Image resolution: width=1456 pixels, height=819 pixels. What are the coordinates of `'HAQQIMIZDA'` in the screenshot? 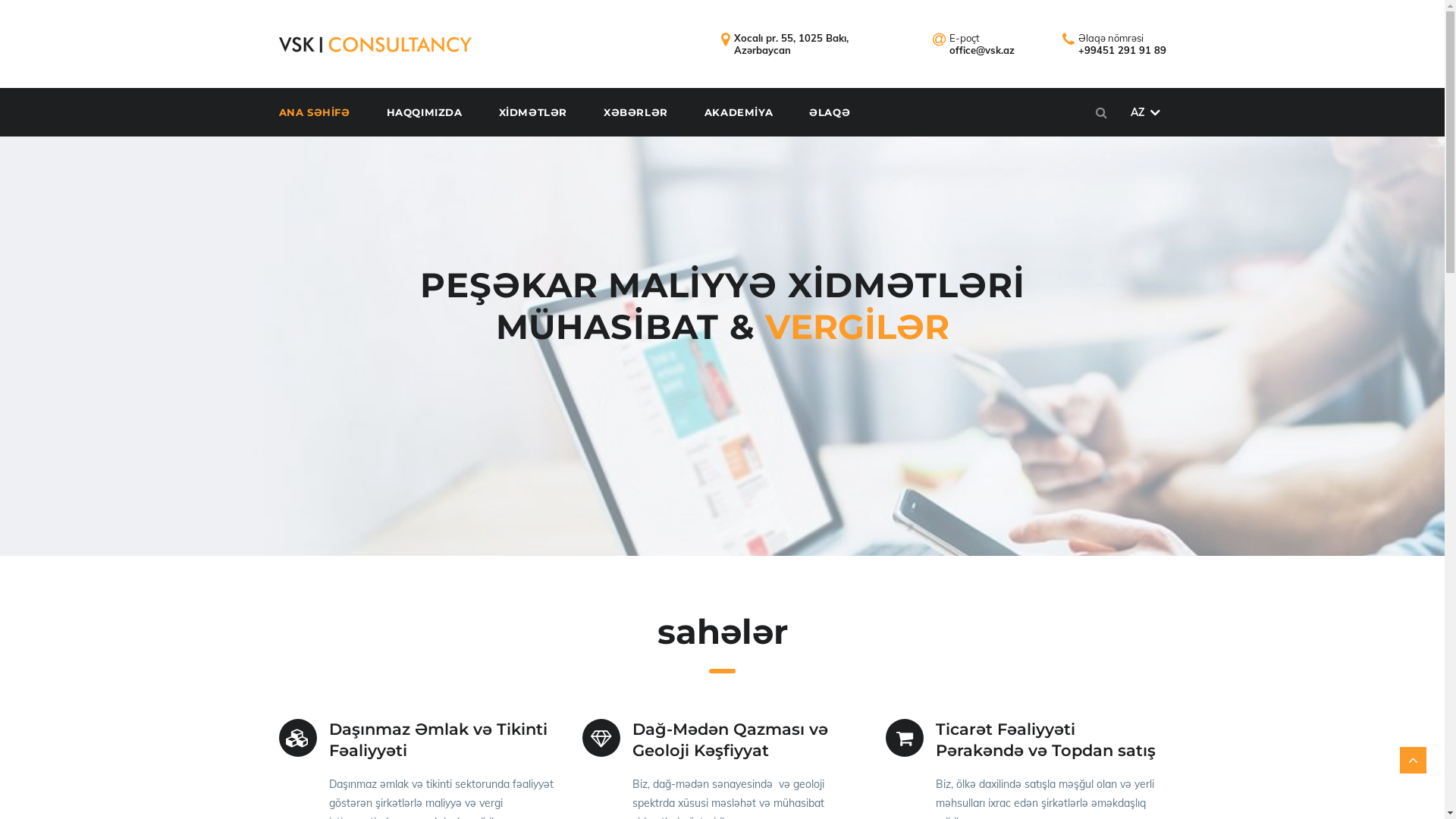 It's located at (440, 111).